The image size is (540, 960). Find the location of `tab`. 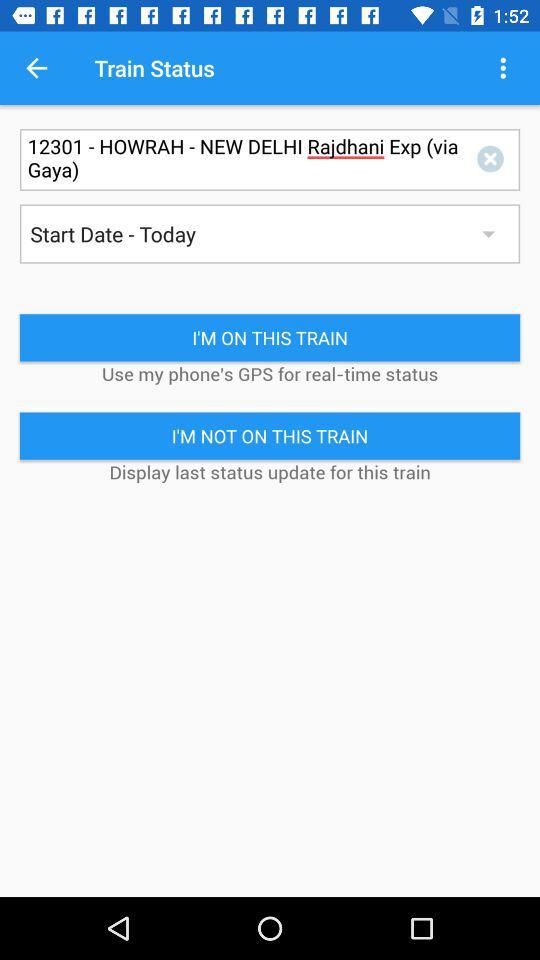

tab is located at coordinates (493, 158).